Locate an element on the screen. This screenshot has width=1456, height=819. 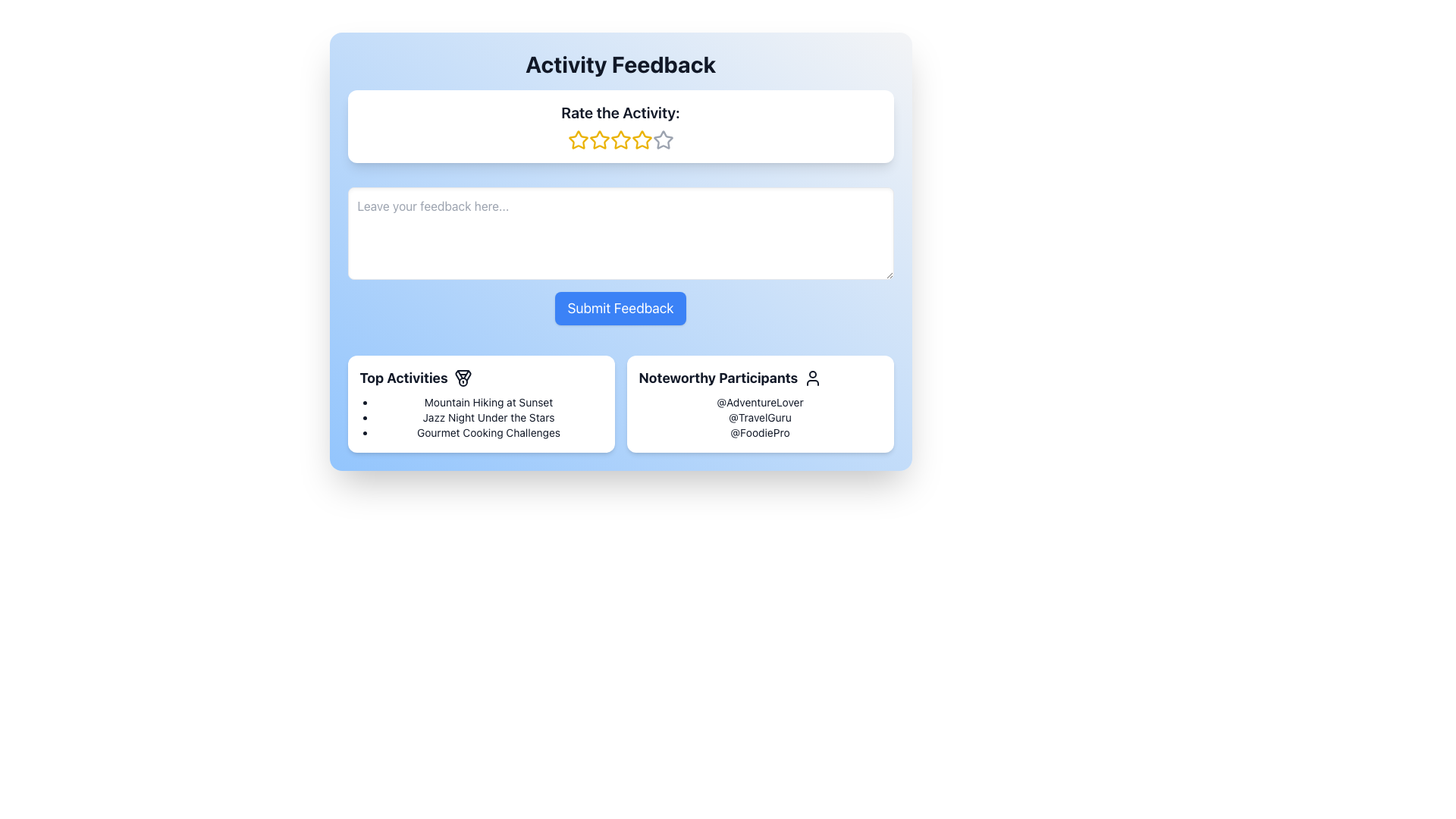
the center of the yellow star icon, which is the second star in the rating component under 'Rate the Activity:' is located at coordinates (598, 140).